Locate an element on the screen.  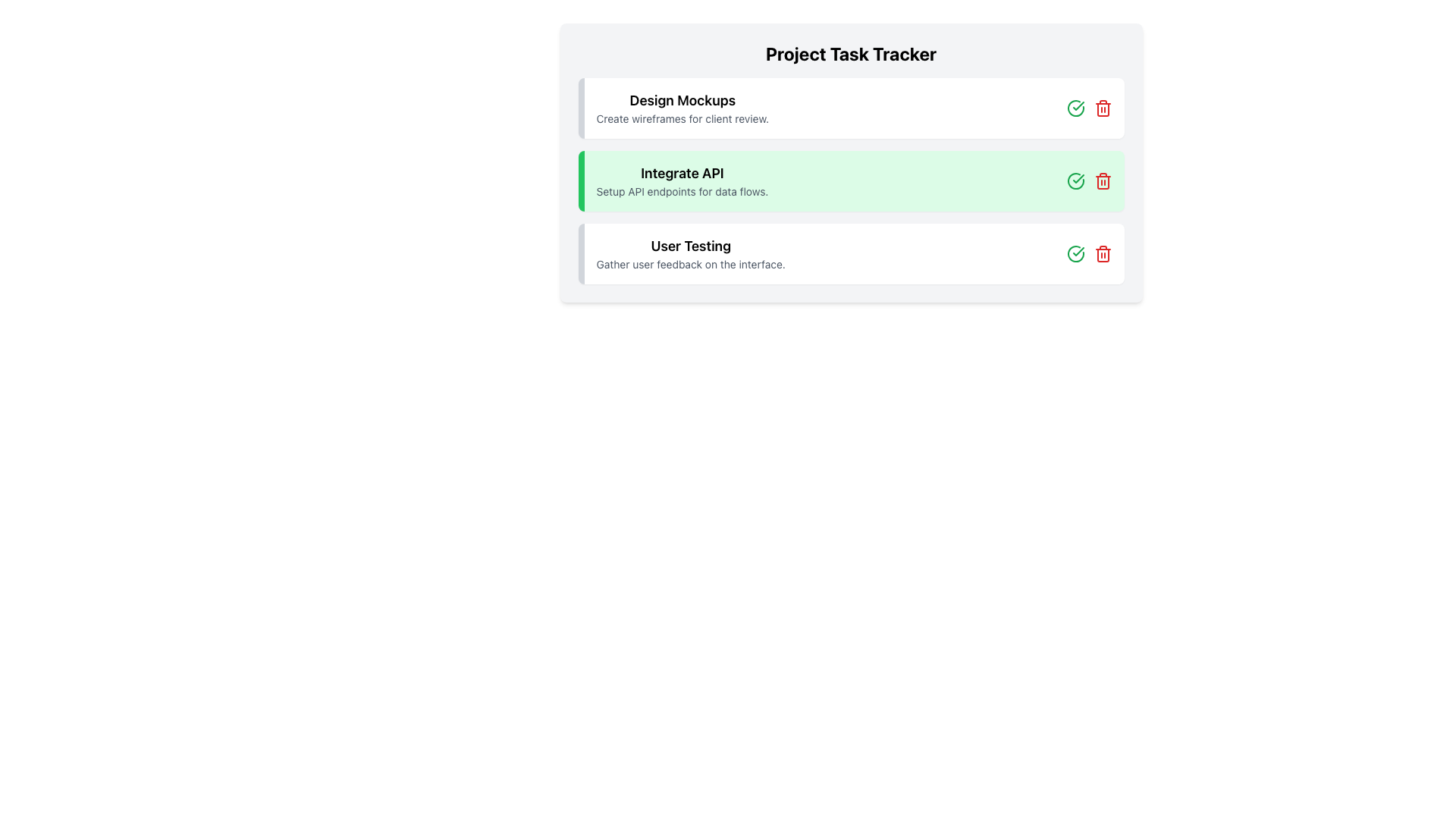
text content displaying 'Integrate API' and 'Setup API endpoints for data flows.' which is located under the title 'Project Task Tracker' on a light green background is located at coordinates (681, 180).